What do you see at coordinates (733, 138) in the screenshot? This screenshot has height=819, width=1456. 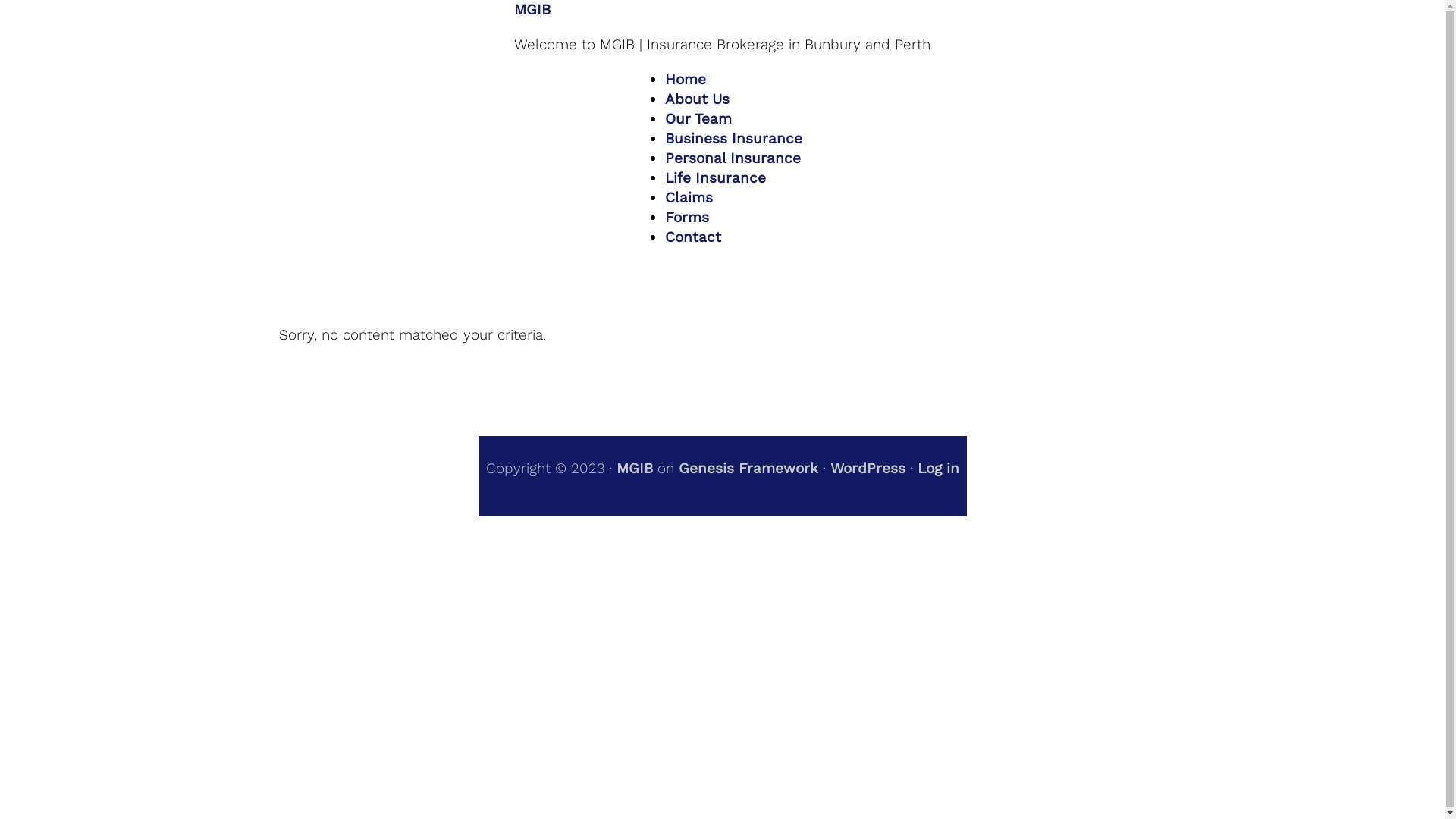 I see `'Business Insurance'` at bounding box center [733, 138].